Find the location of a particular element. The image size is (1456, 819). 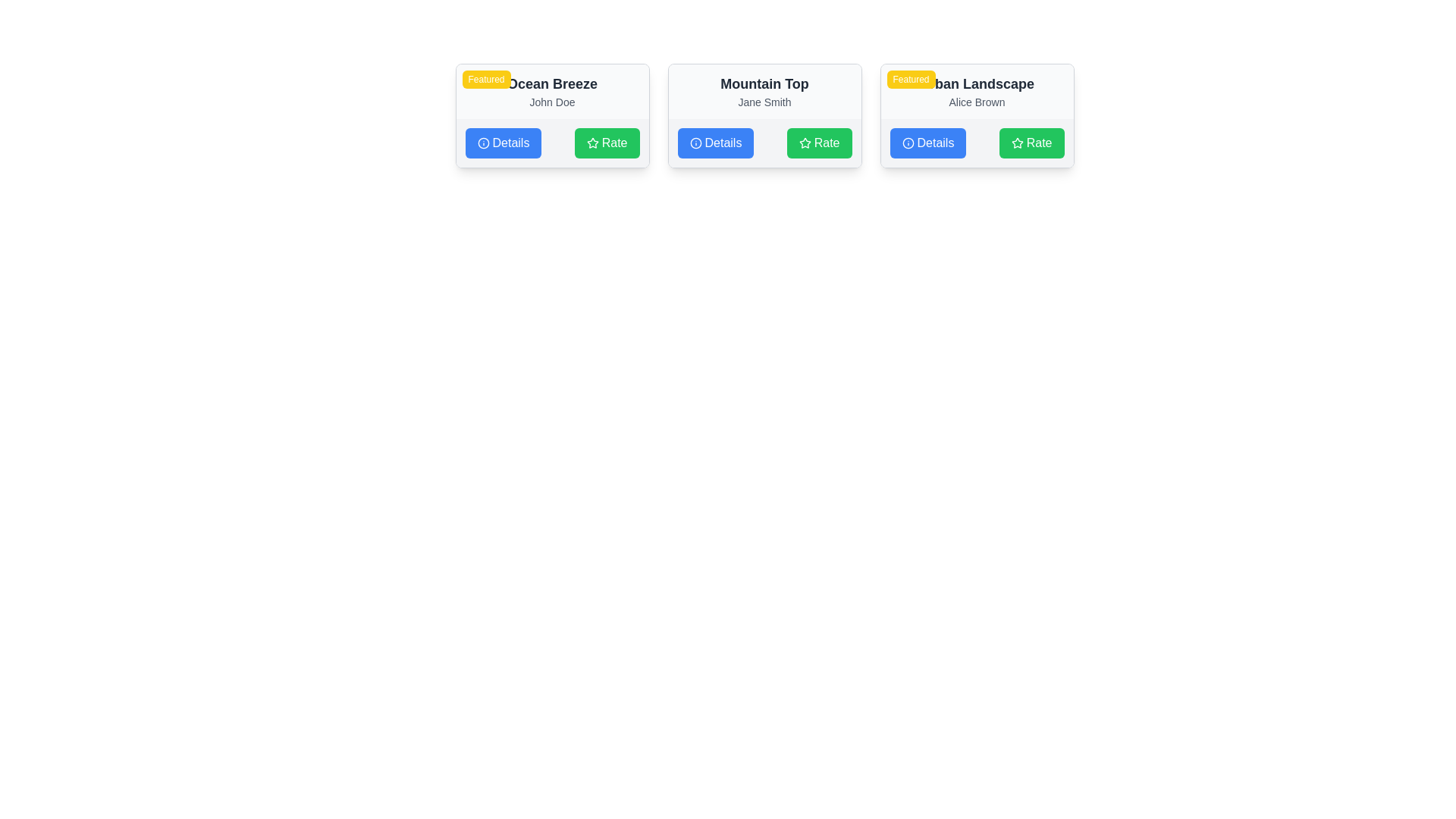

the button located in the bottom-left corner of the first card is located at coordinates (503, 143).